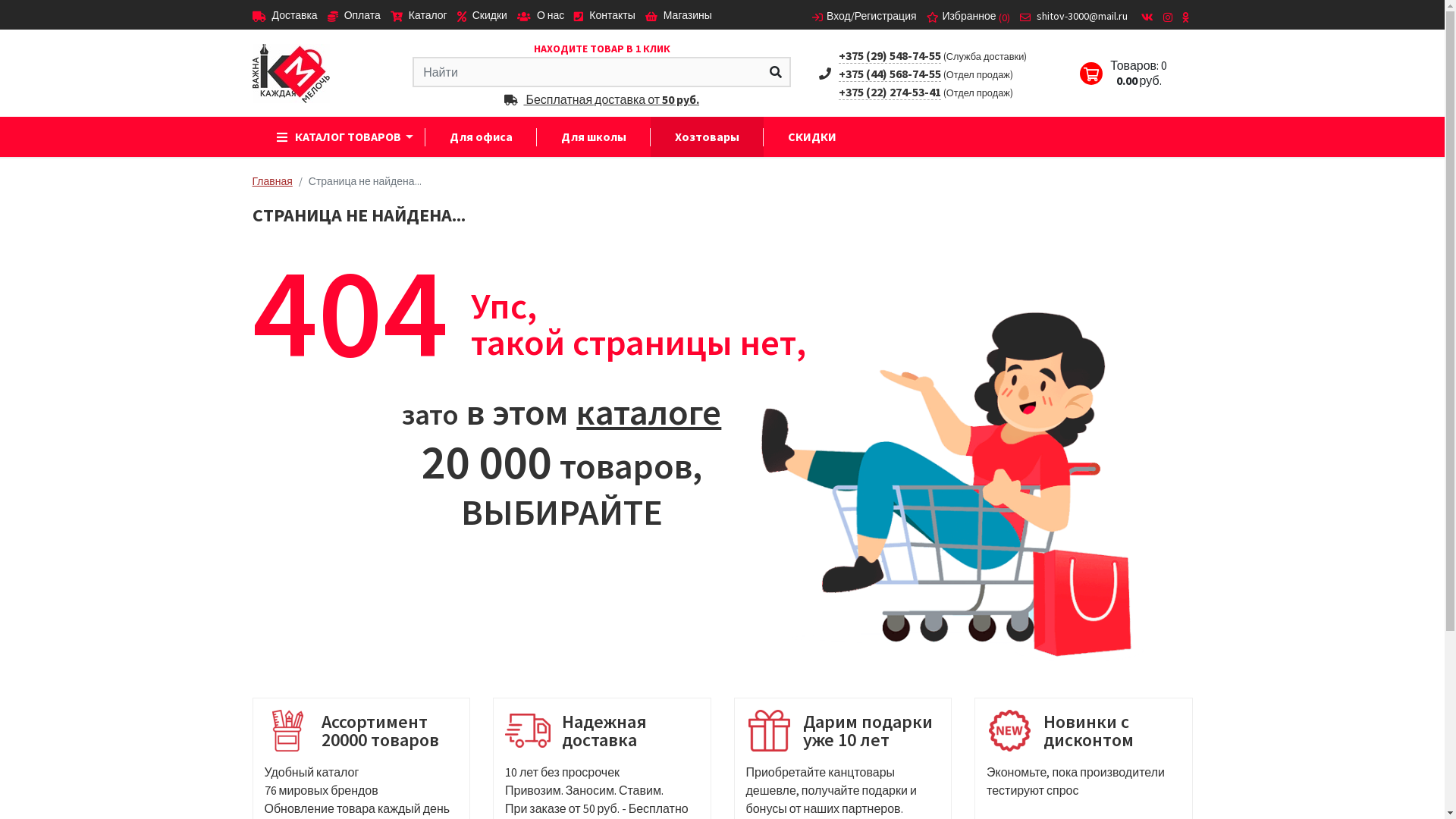  What do you see at coordinates (1072, 16) in the screenshot?
I see `'shitov-3000@mail.ru'` at bounding box center [1072, 16].